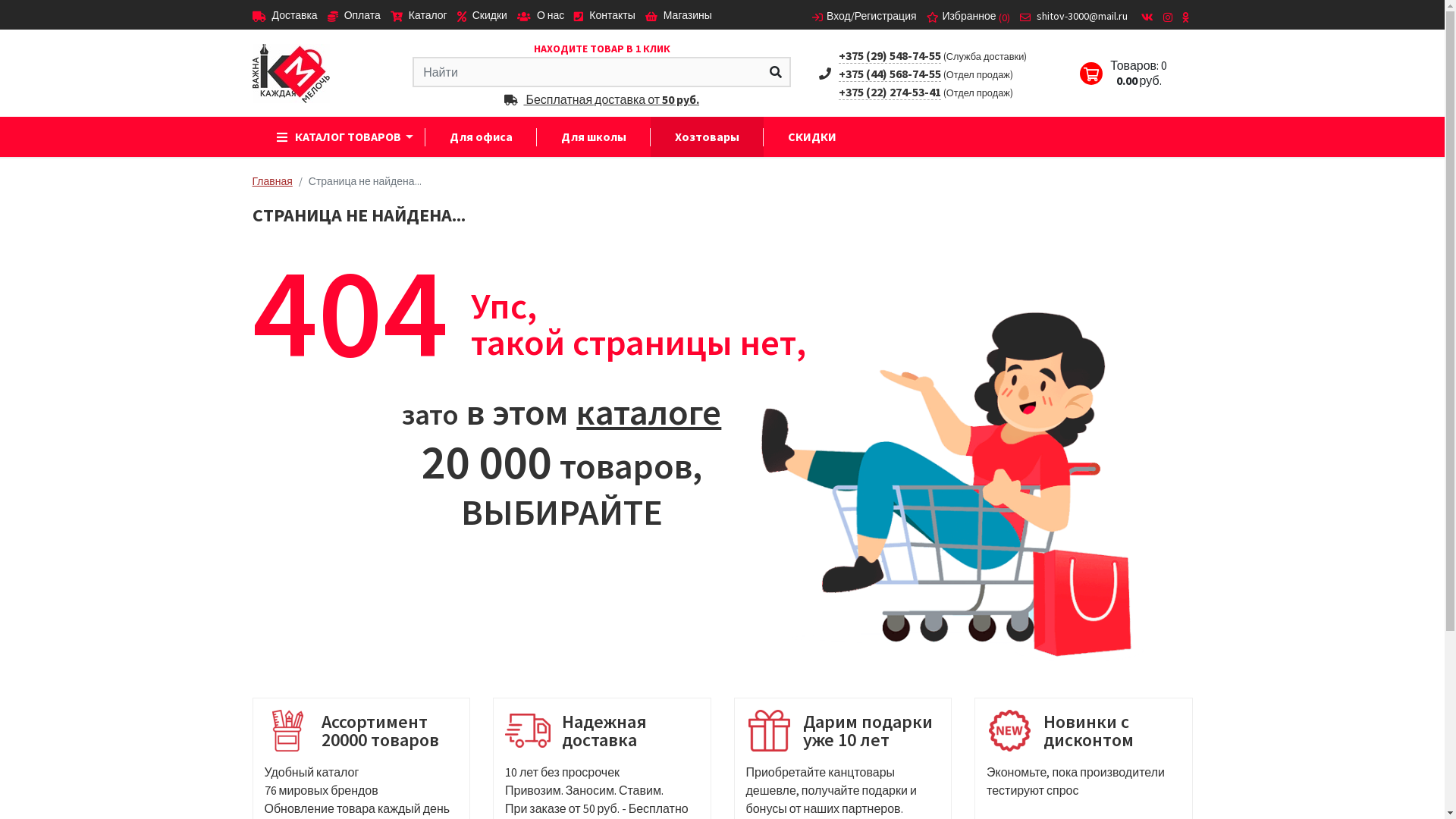  What do you see at coordinates (1072, 16) in the screenshot?
I see `'shitov-3000@mail.ru'` at bounding box center [1072, 16].